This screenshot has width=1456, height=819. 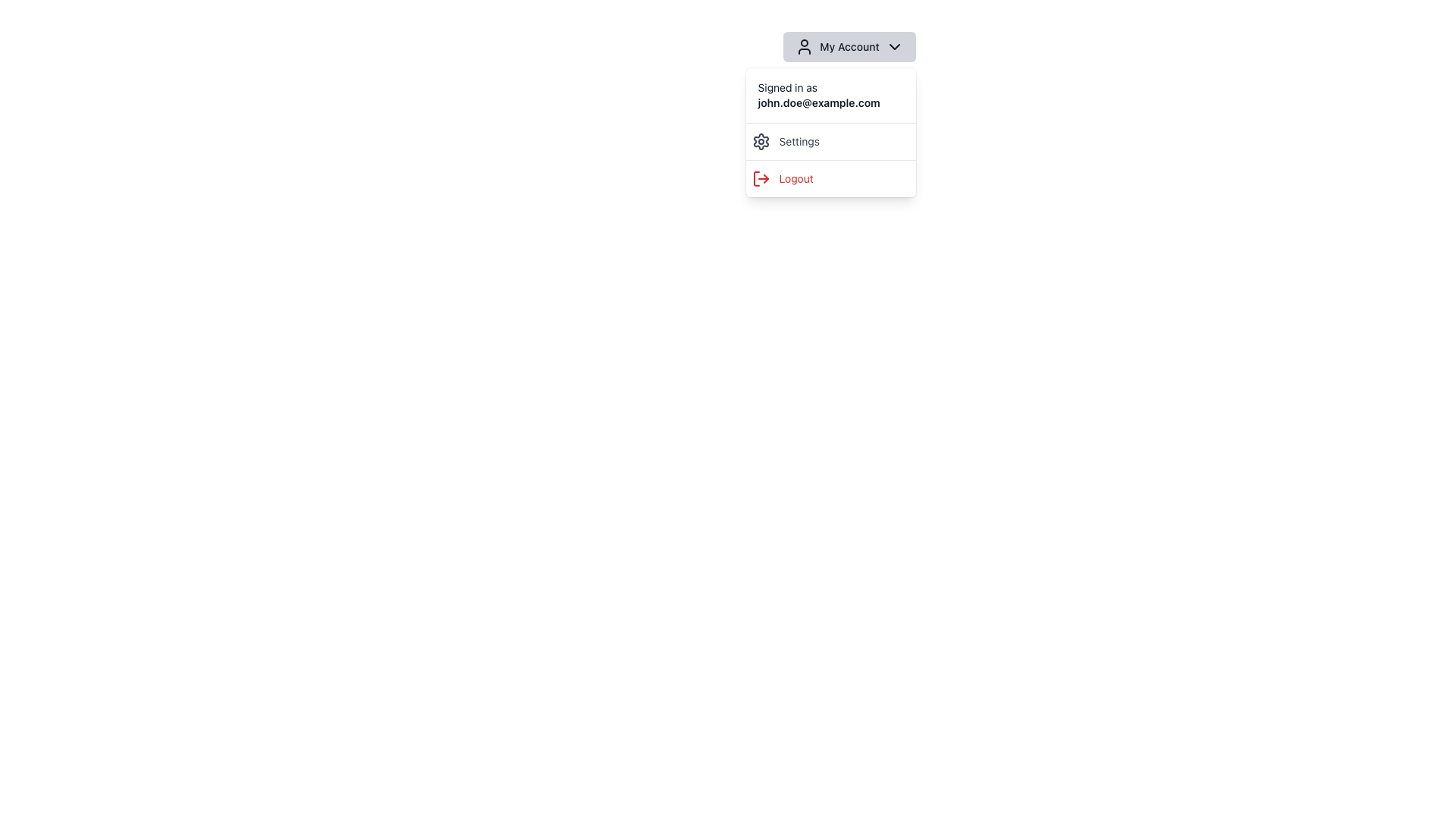 I want to click on the Decorative SVG graphic that represents the arrow indicator for the 'Logout' feature, located to the right of a vertical line in the dropdown menu, so click(x=766, y=177).